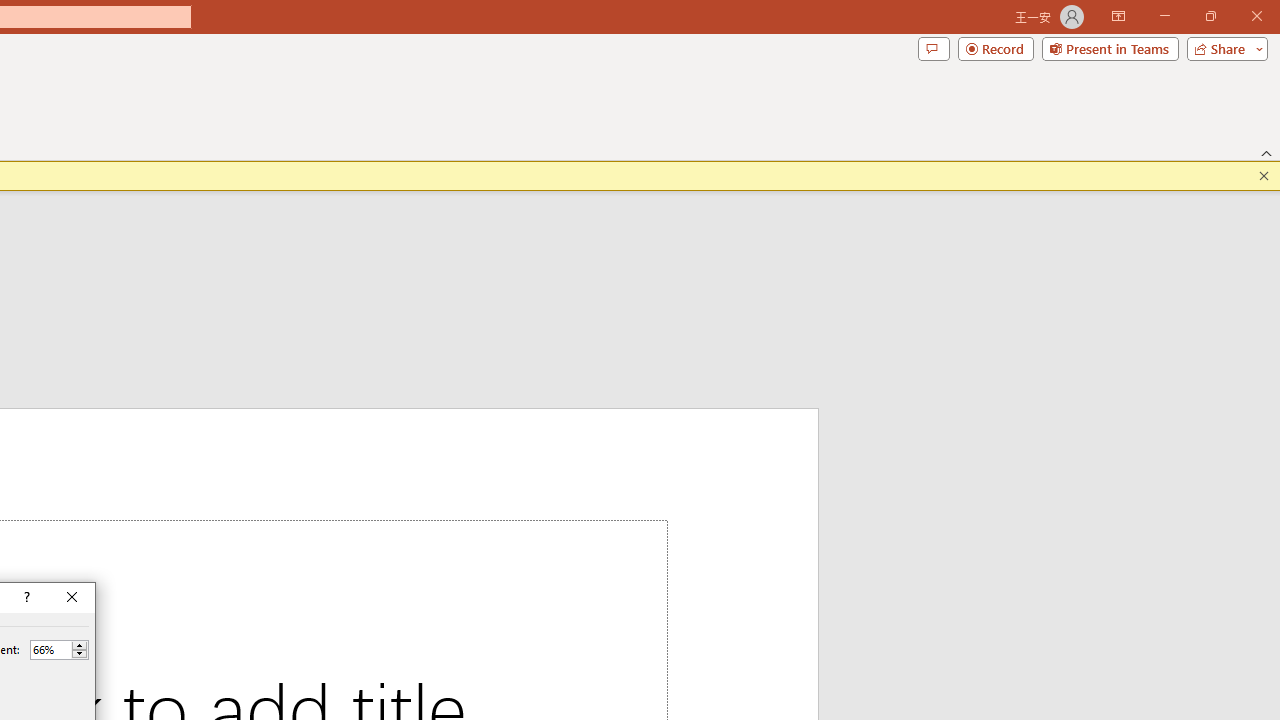 The image size is (1280, 720). Describe the element at coordinates (1263, 175) in the screenshot. I see `'Close this message'` at that location.